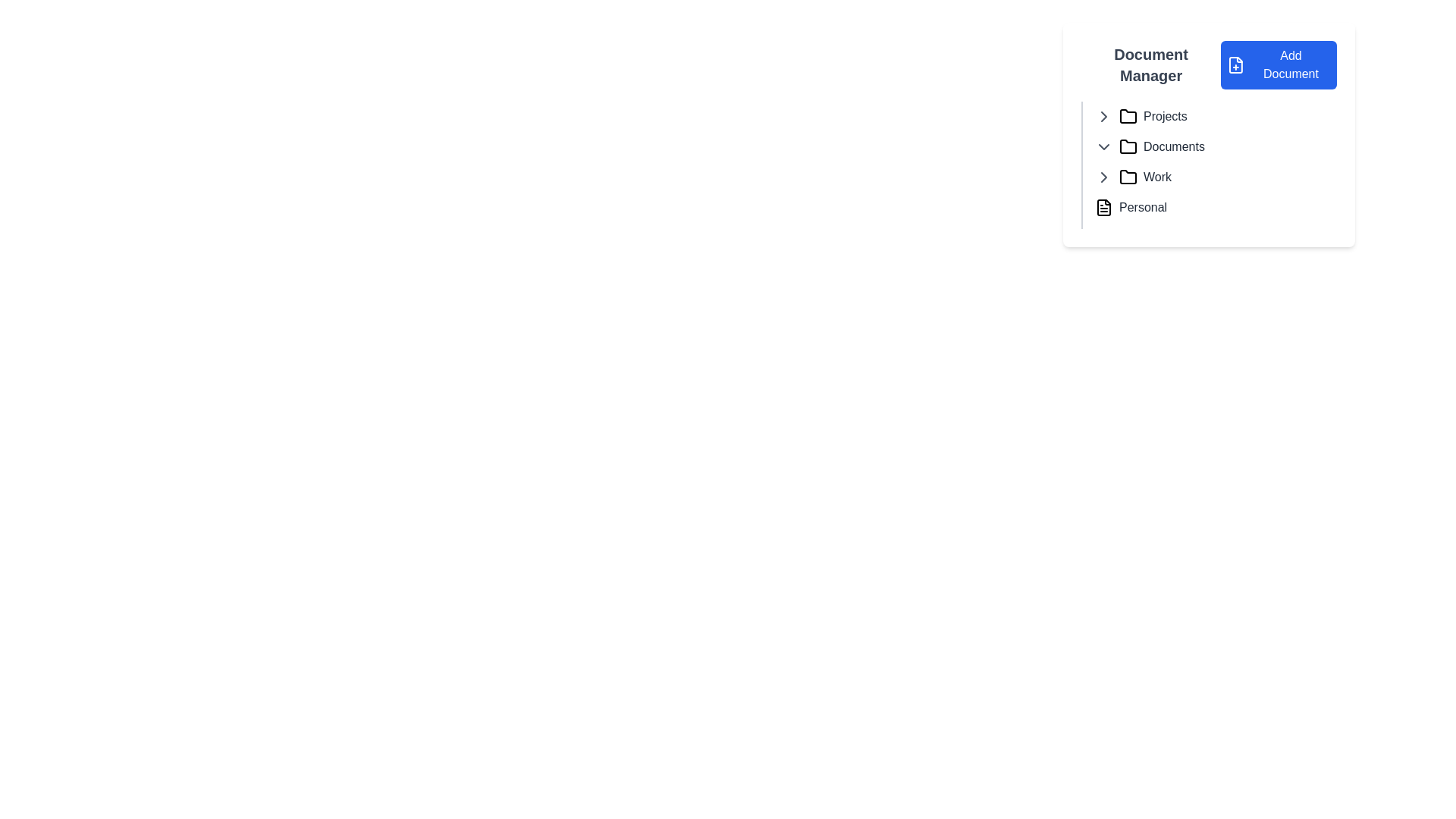  Describe the element at coordinates (1103, 146) in the screenshot. I see `the inverted chevron-shaped dropdown indicator icon located before the label 'Documents' under the 'Document Manager' section` at that location.